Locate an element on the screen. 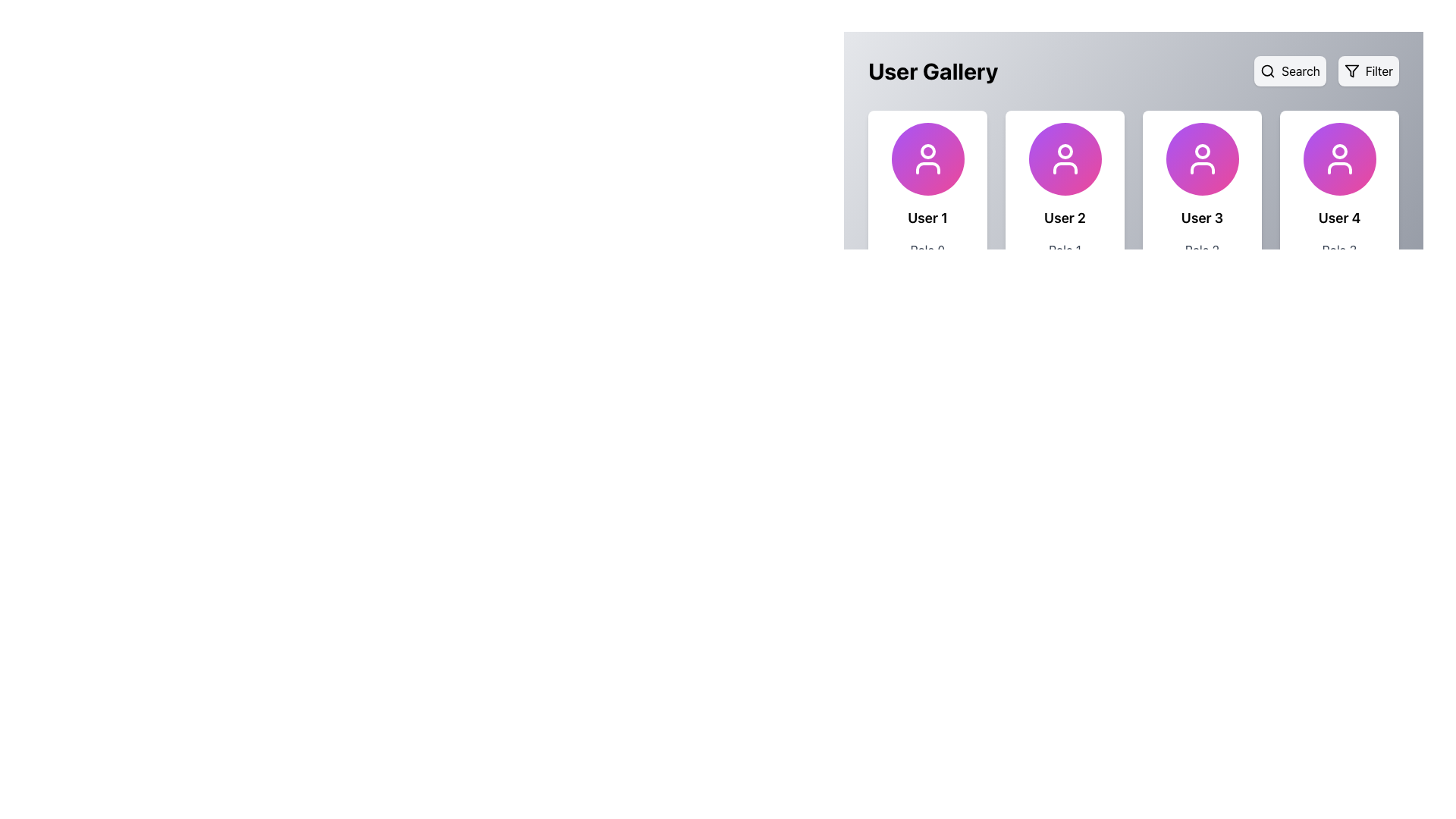 This screenshot has height=819, width=1456. the graphical circle component of the magnifying glass icon located in the top-right corner of the interface is located at coordinates (1267, 71).